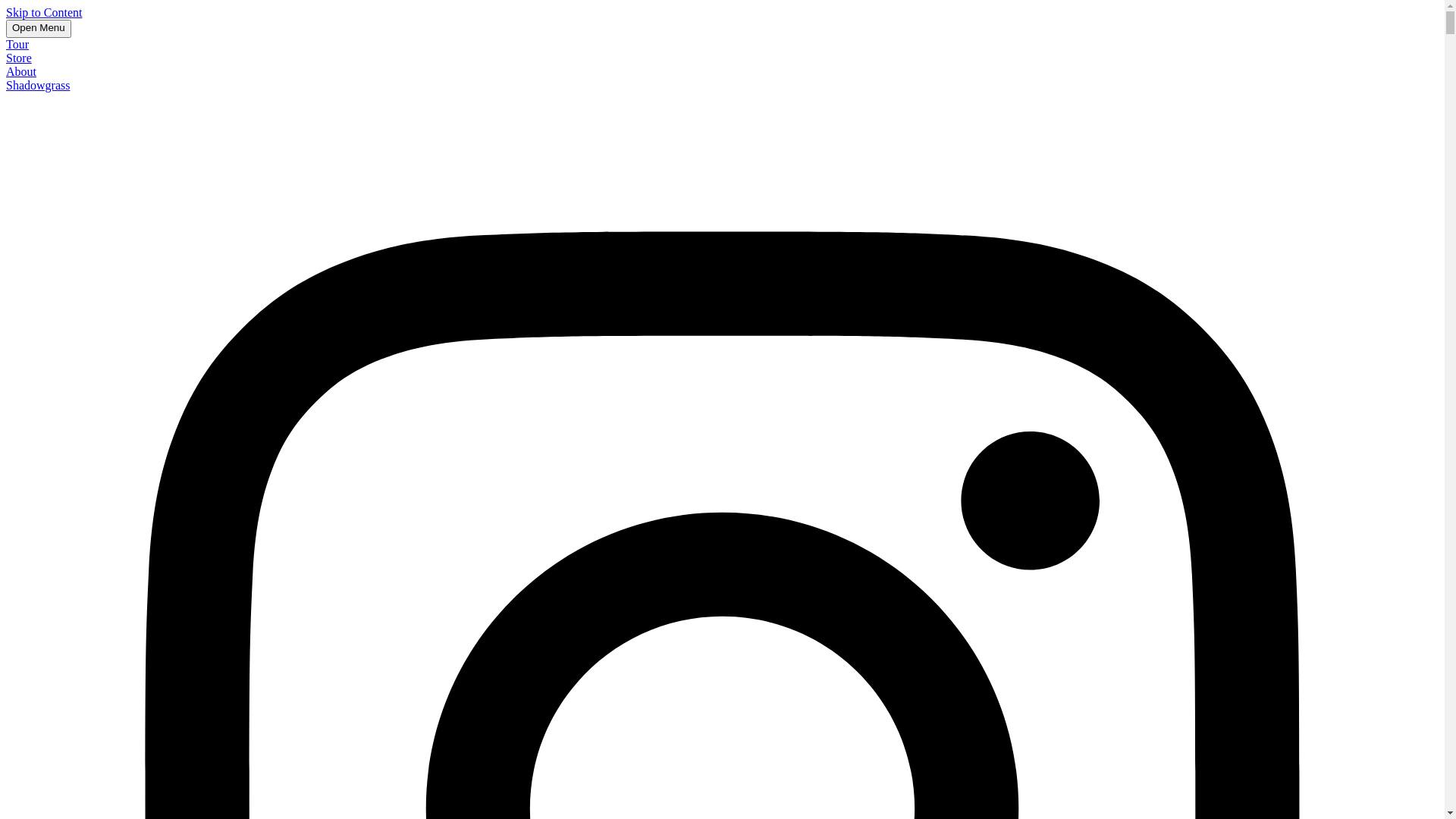 The width and height of the screenshot is (1456, 819). What do you see at coordinates (43, 12) in the screenshot?
I see `'Skip to Content'` at bounding box center [43, 12].